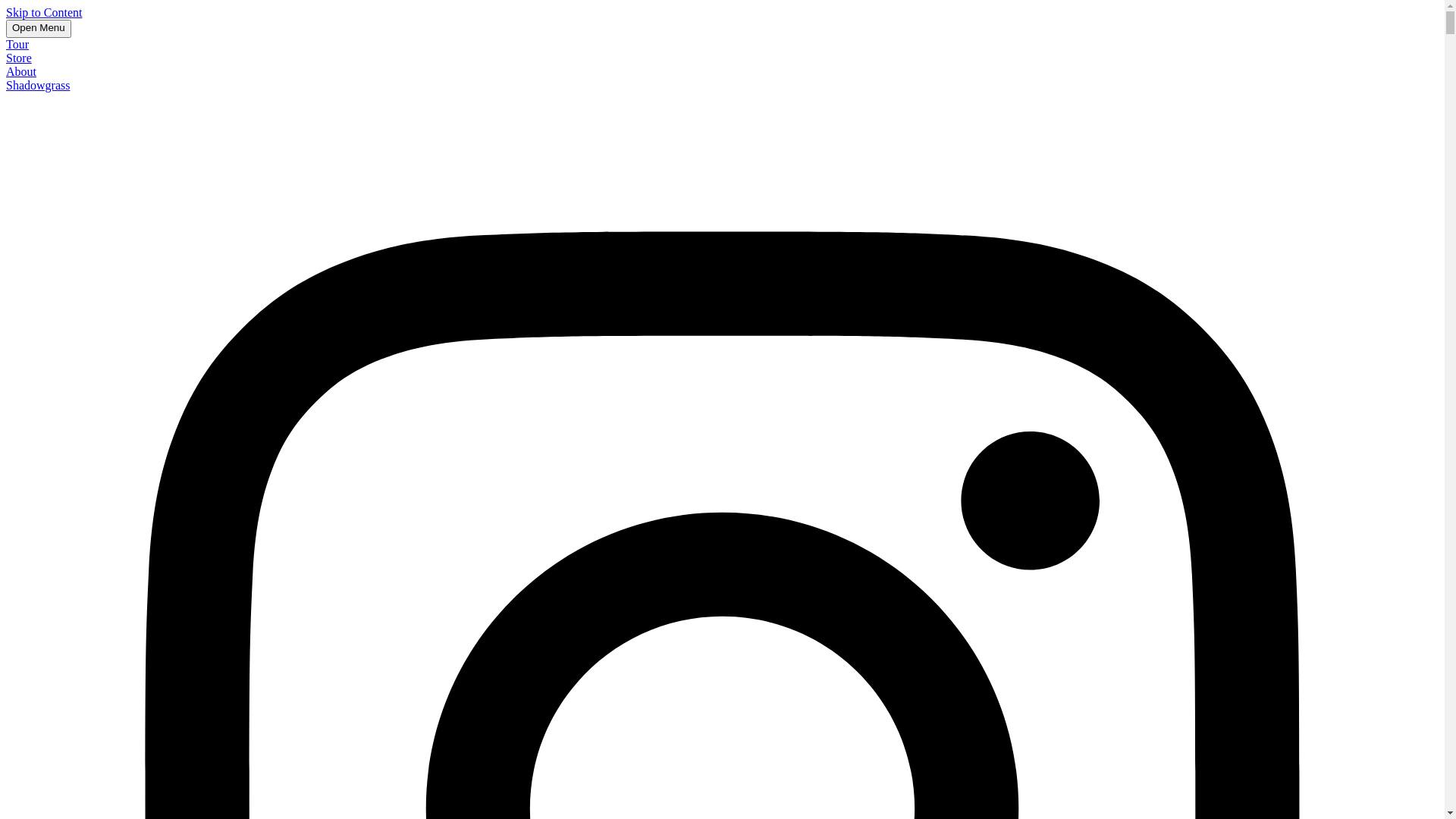 The width and height of the screenshot is (1456, 819). What do you see at coordinates (43, 12) in the screenshot?
I see `'Skip to Content'` at bounding box center [43, 12].